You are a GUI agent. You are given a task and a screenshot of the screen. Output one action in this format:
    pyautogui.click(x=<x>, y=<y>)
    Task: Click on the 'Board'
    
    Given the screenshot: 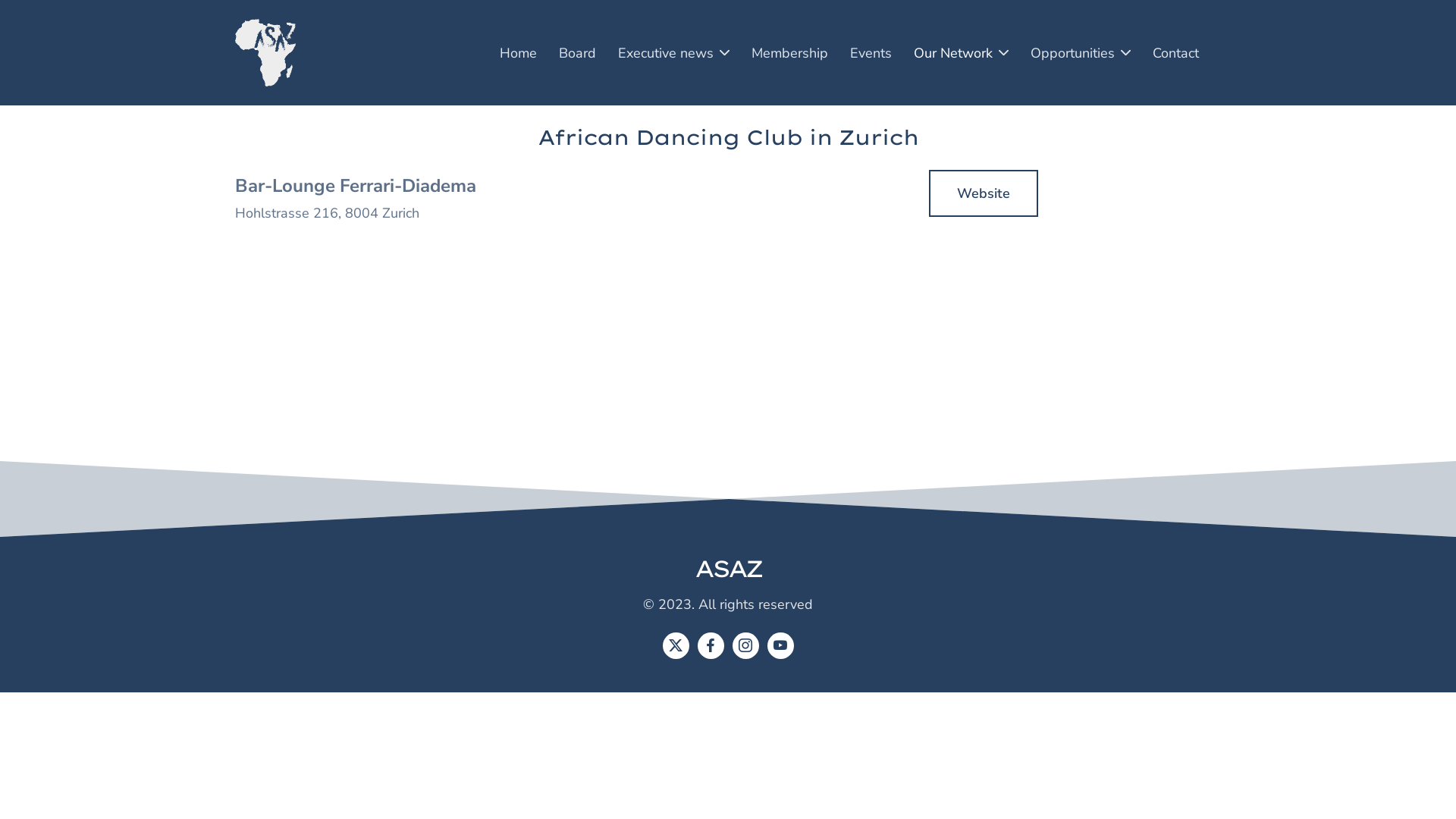 What is the action you would take?
    pyautogui.click(x=576, y=52)
    